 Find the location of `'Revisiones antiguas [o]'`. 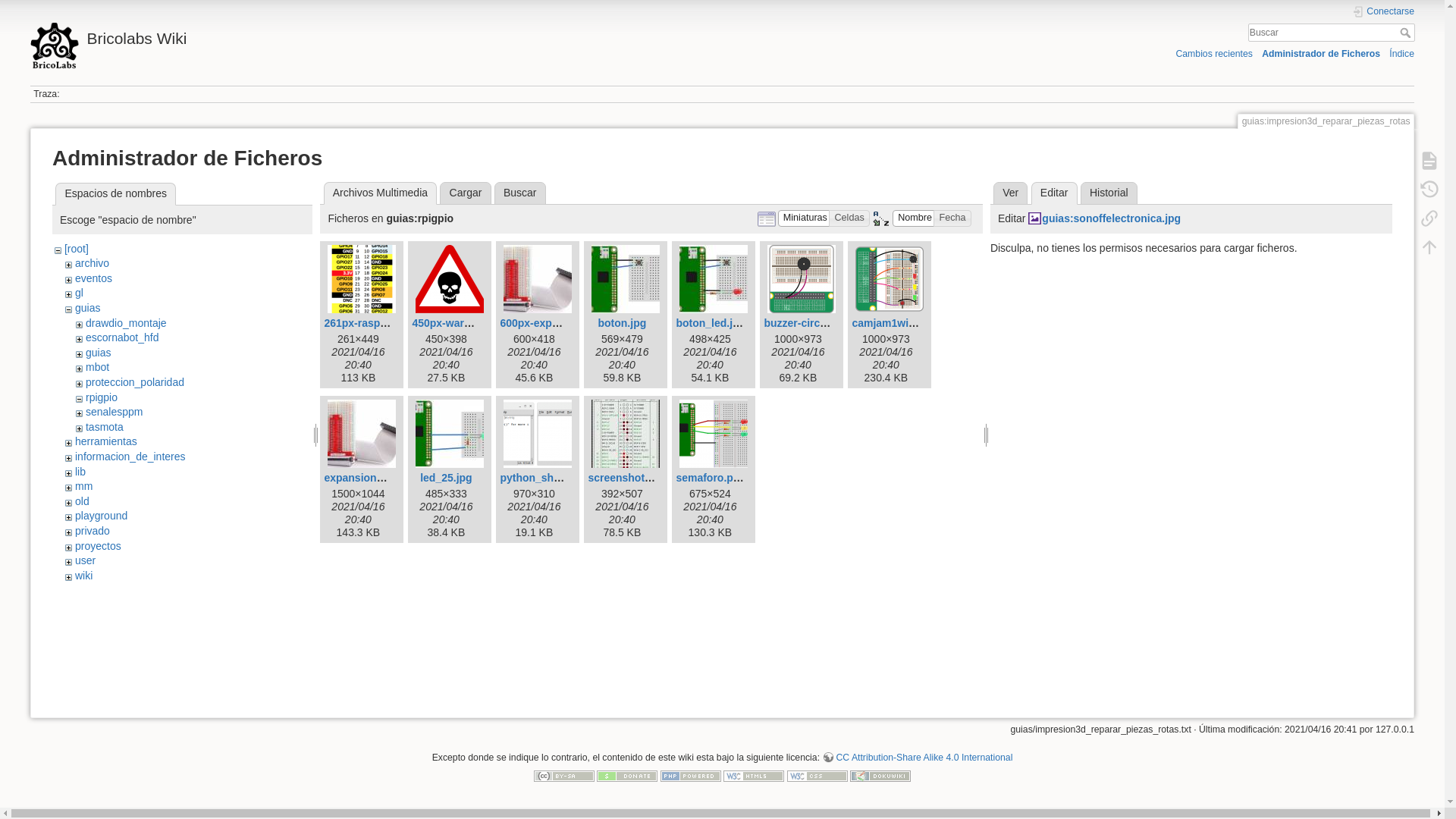

'Revisiones antiguas [o]' is located at coordinates (1411, 189).